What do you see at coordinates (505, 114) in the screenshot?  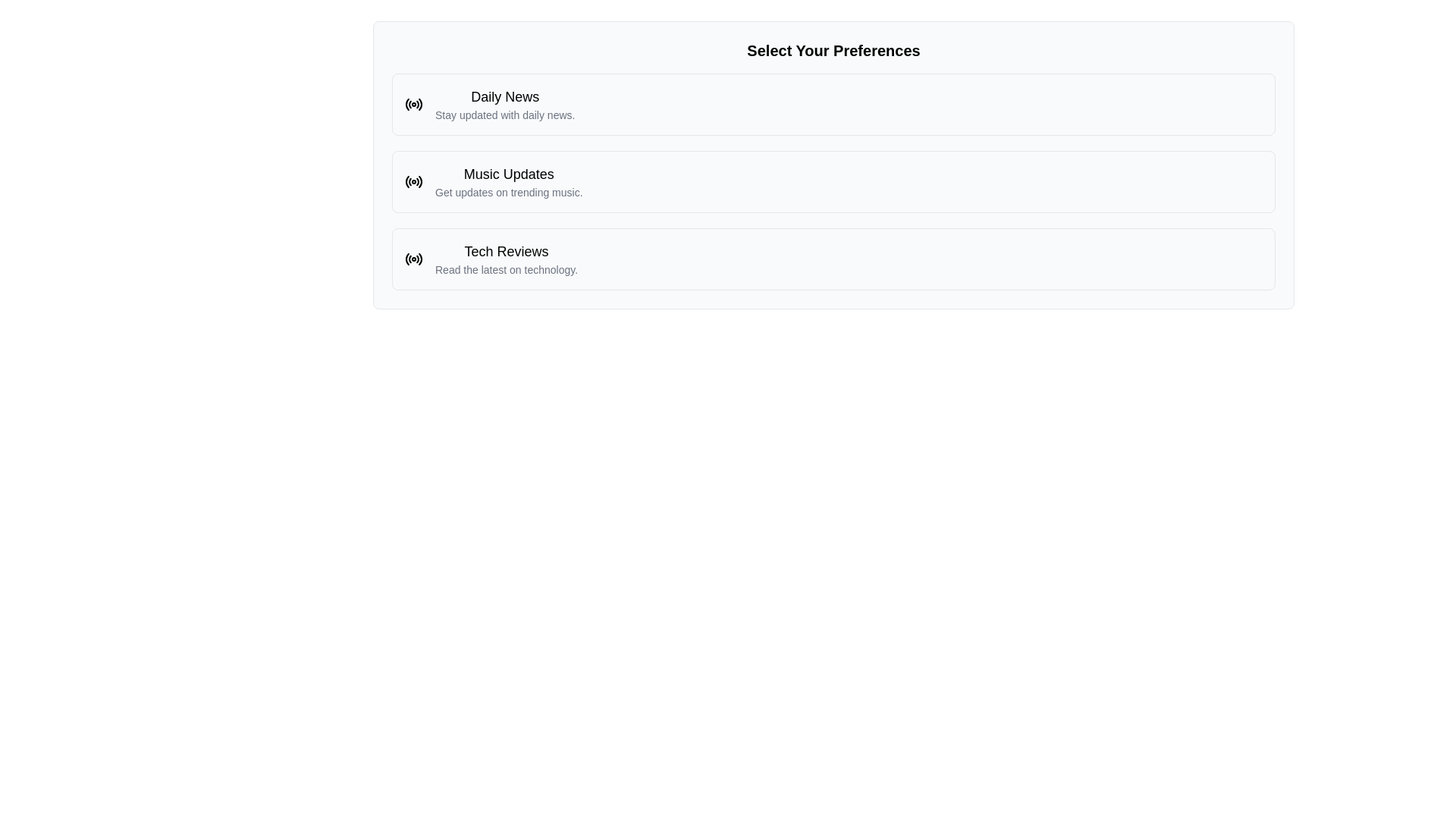 I see `the static informational text located below the 'Daily News' heading within the 'Select Your Preferences' section` at bounding box center [505, 114].